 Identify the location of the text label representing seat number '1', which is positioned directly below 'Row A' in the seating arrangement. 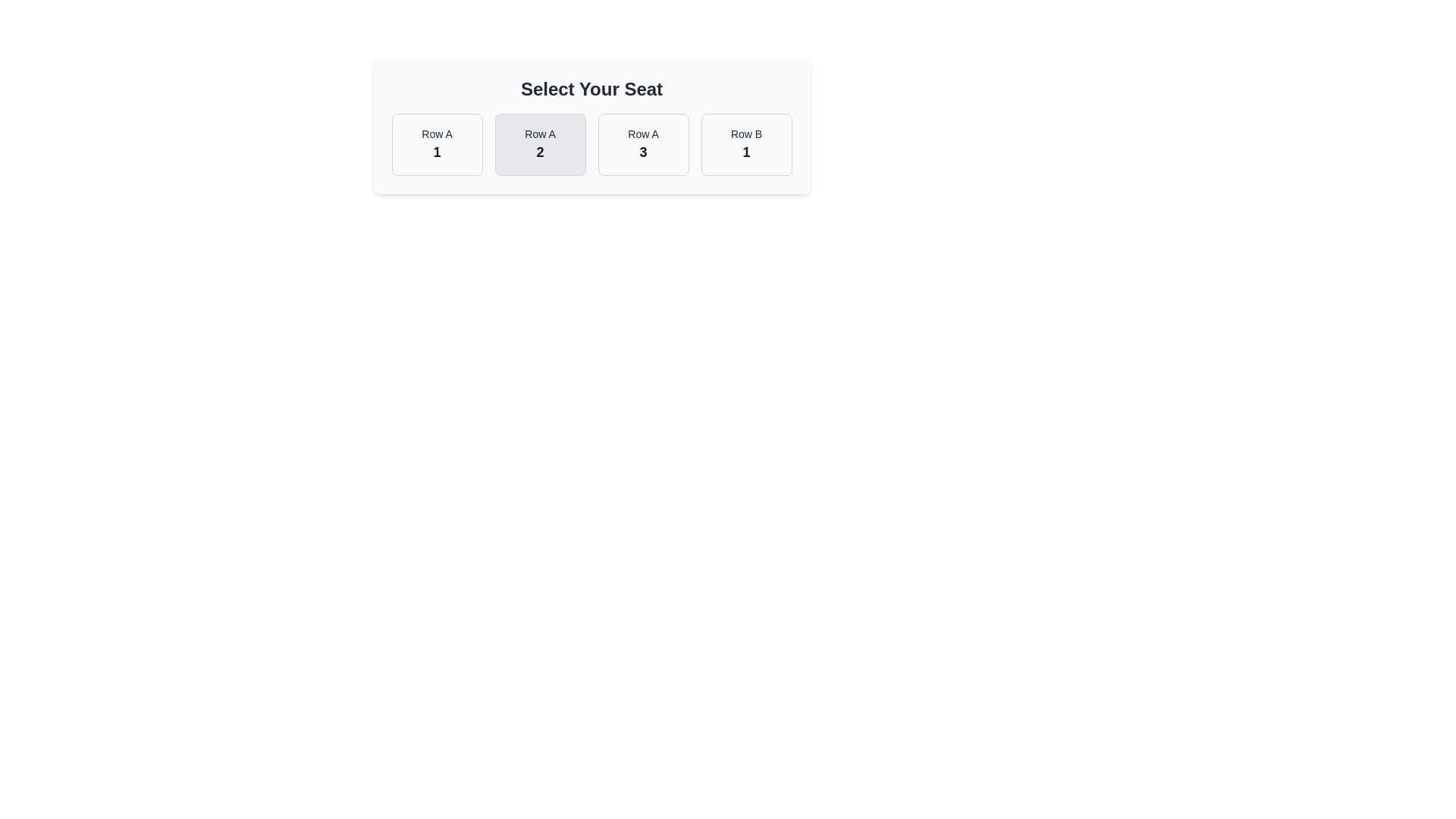
(436, 152).